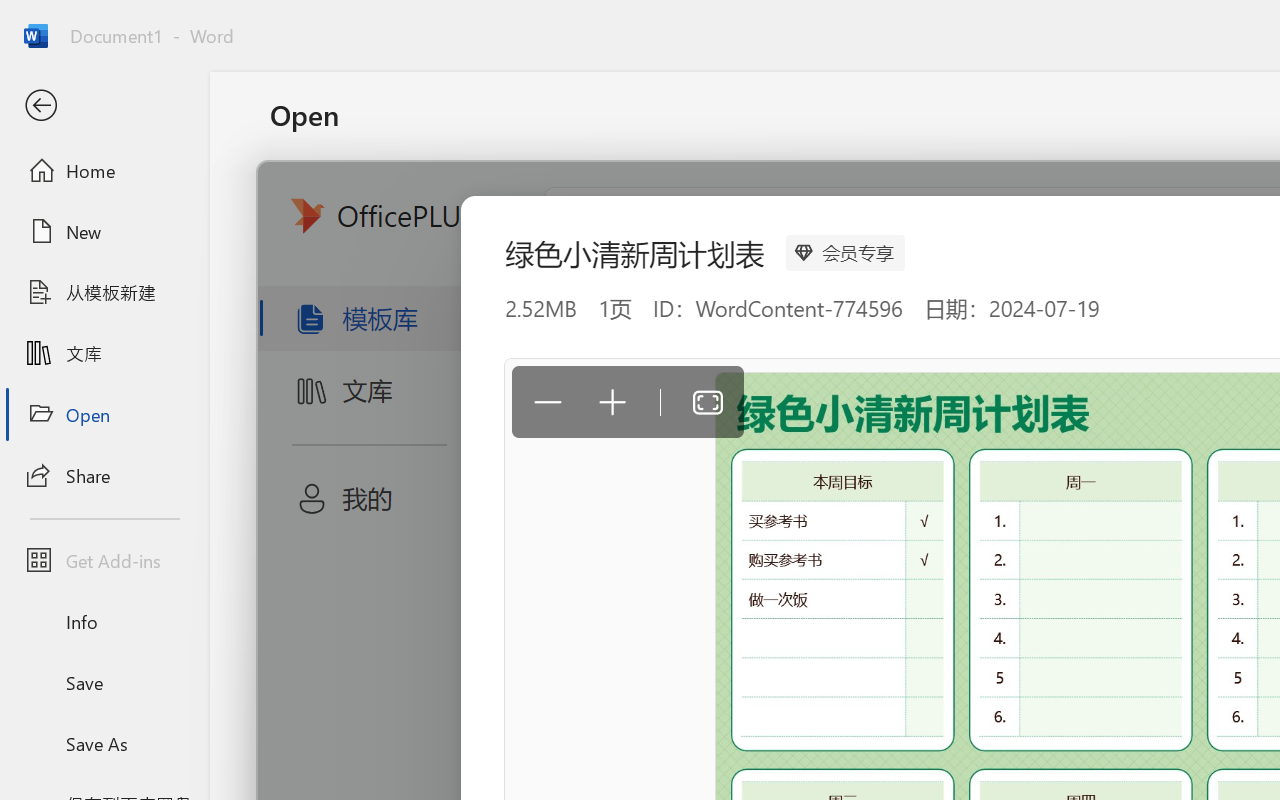  I want to click on 'New', so click(103, 231).